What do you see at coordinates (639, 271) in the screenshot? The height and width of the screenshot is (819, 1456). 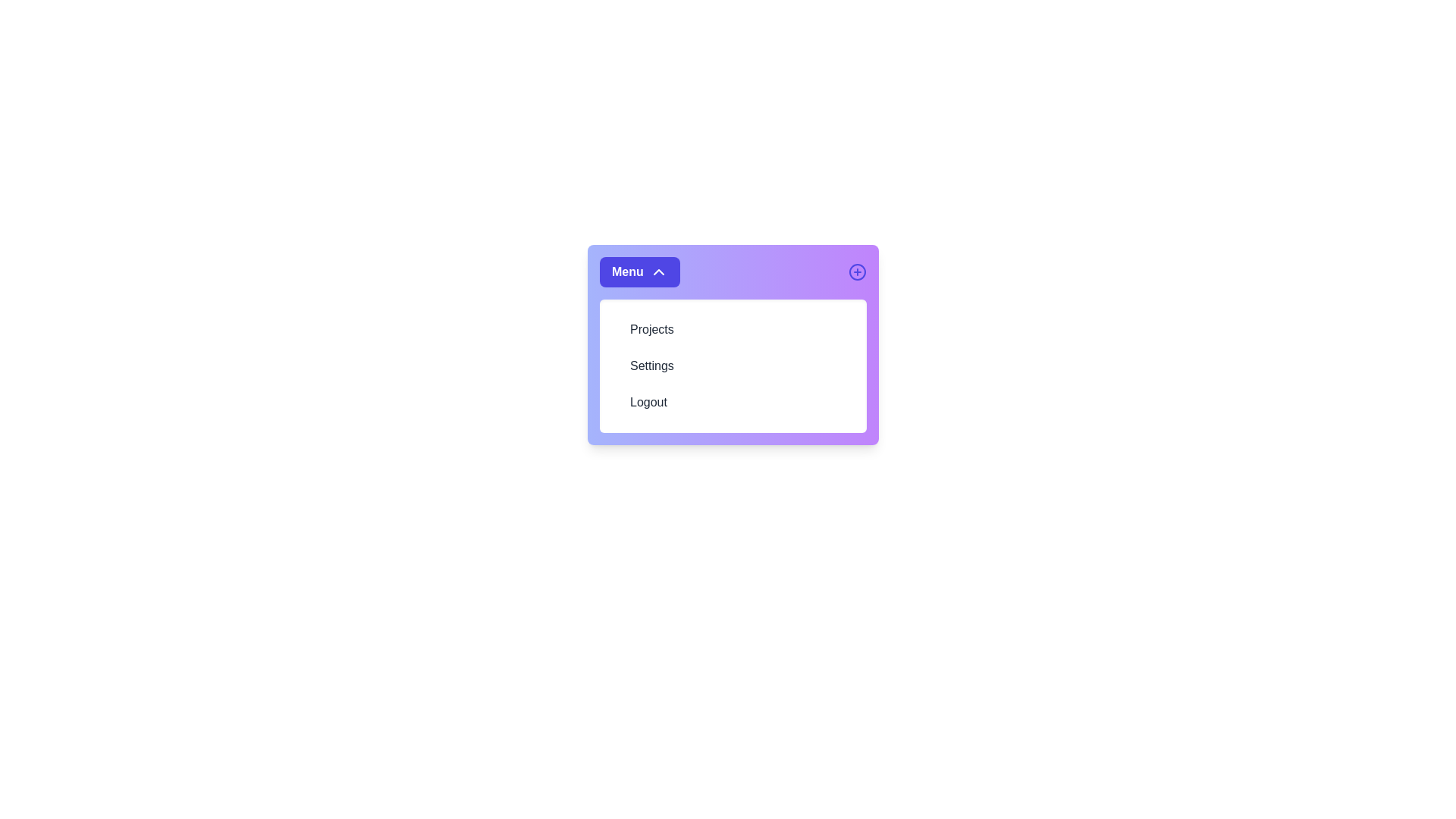 I see `'Menu' button to toggle the menu visibility` at bounding box center [639, 271].